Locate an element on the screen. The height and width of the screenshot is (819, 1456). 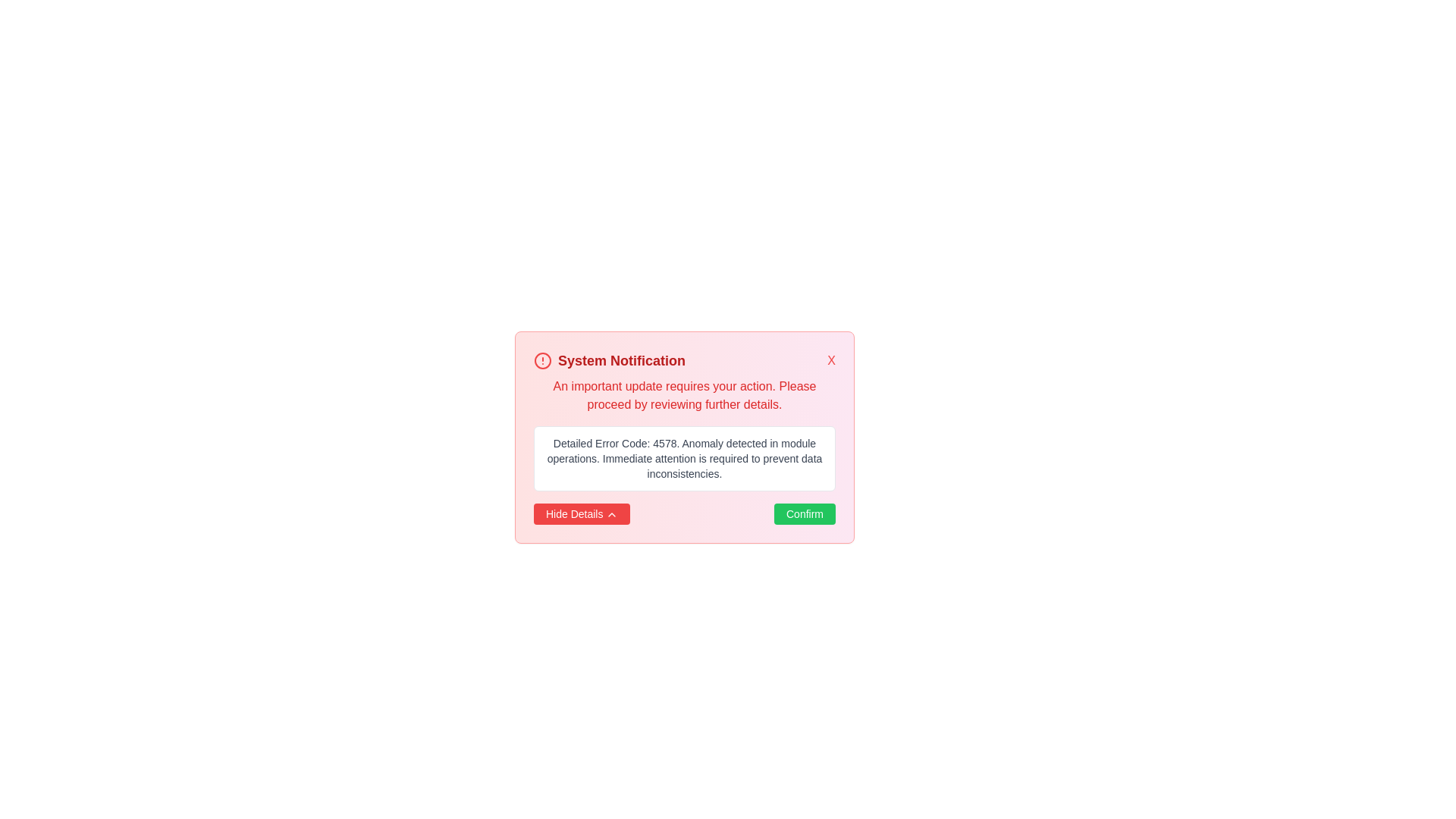
'Confirm' button to acknowledge the notification is located at coordinates (803, 513).